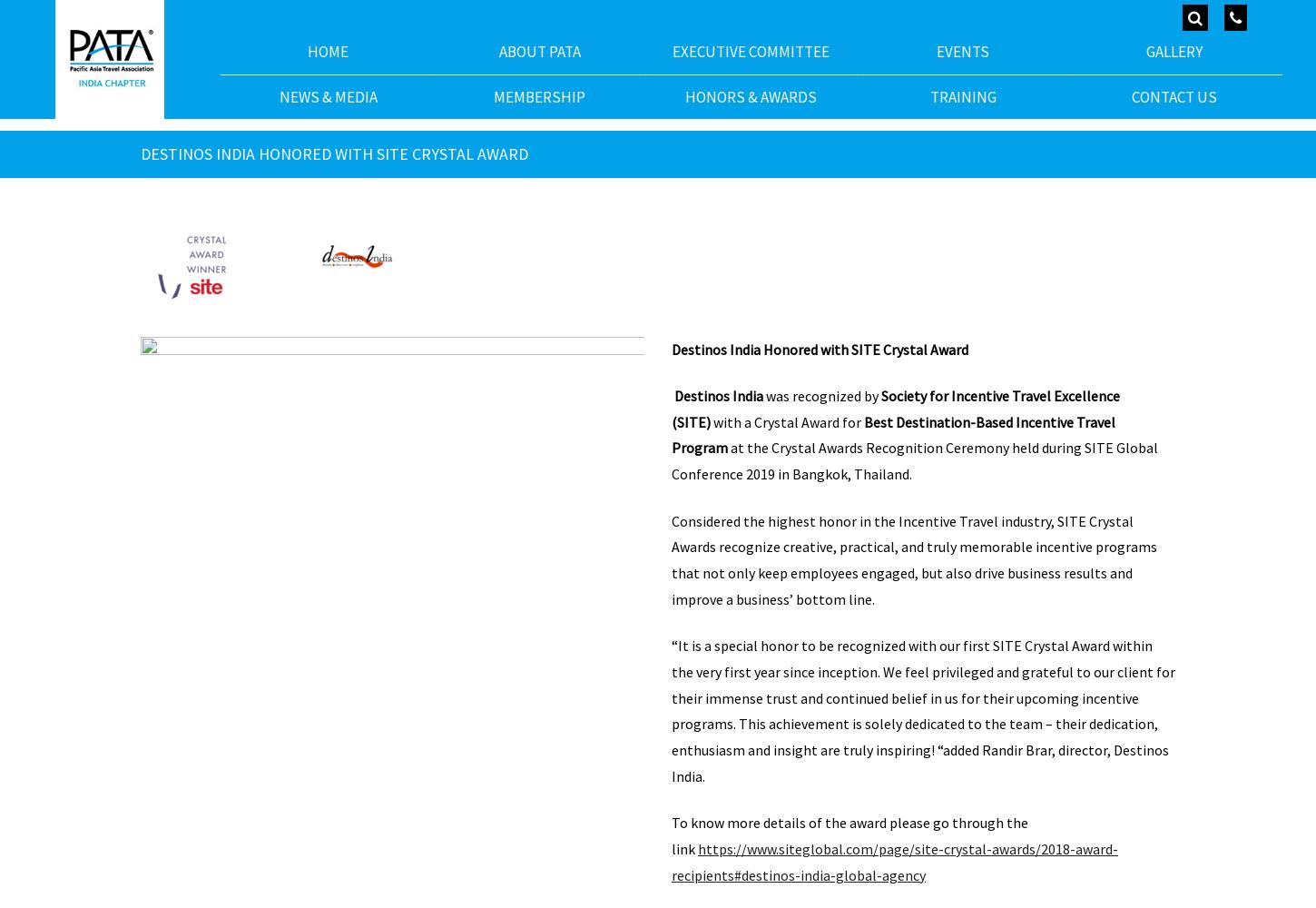  Describe the element at coordinates (915, 460) in the screenshot. I see `'at the Crystal Awards Recognition Ceremony held during SITE Global Conference 2019 in Bangkok, Thailand.'` at that location.